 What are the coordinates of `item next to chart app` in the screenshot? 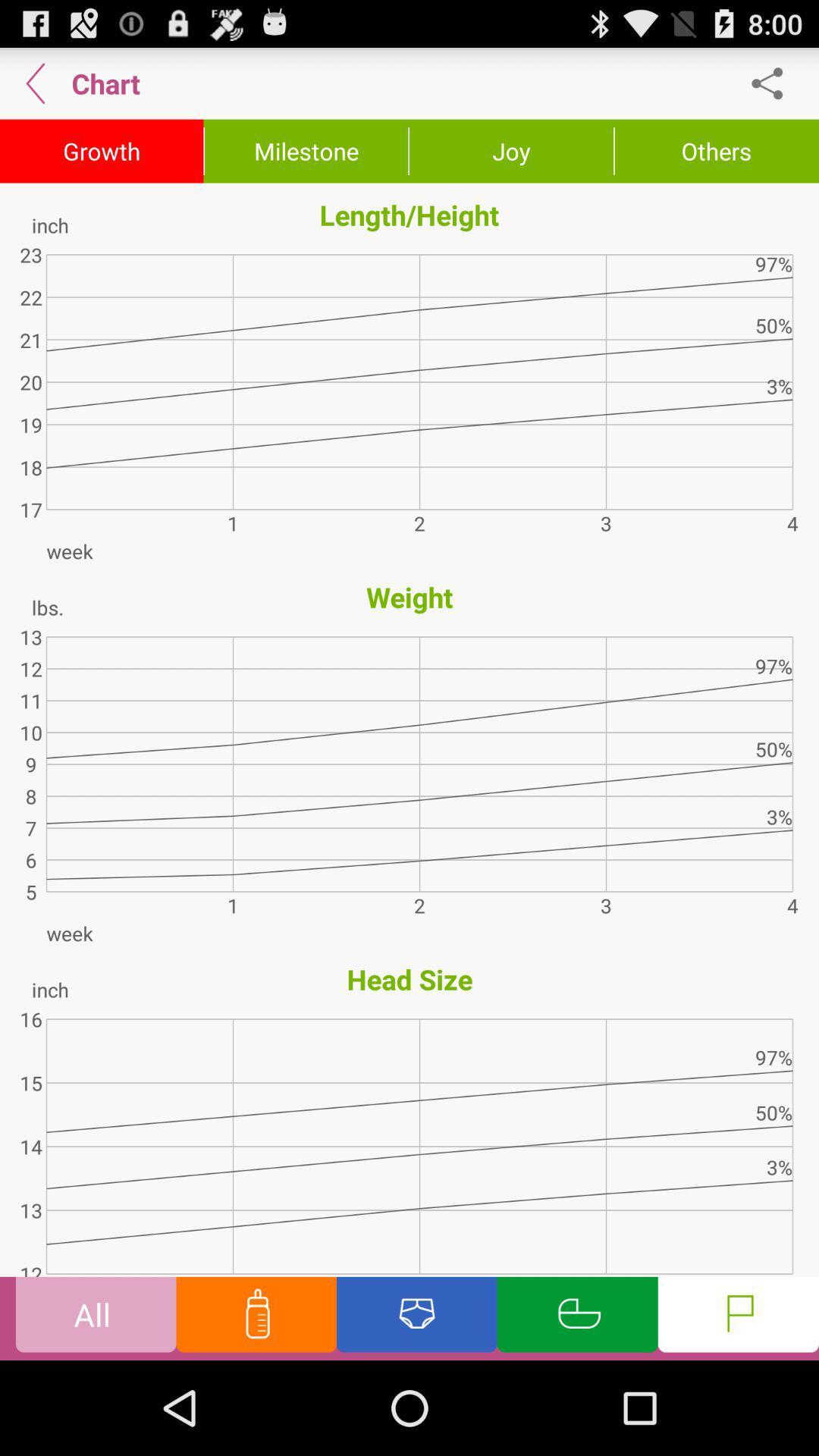 It's located at (35, 83).